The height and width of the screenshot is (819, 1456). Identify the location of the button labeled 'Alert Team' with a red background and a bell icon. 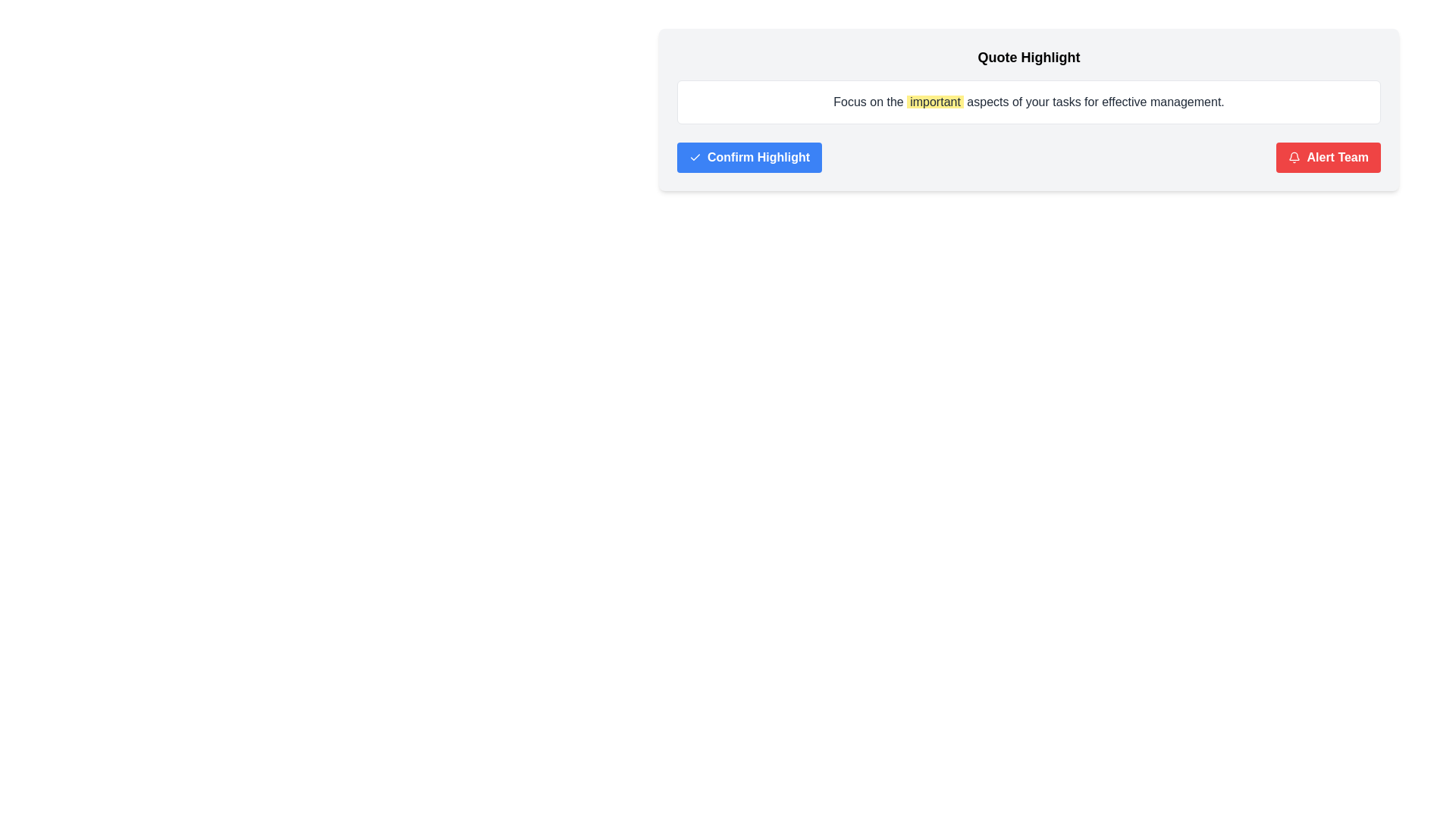
(1328, 158).